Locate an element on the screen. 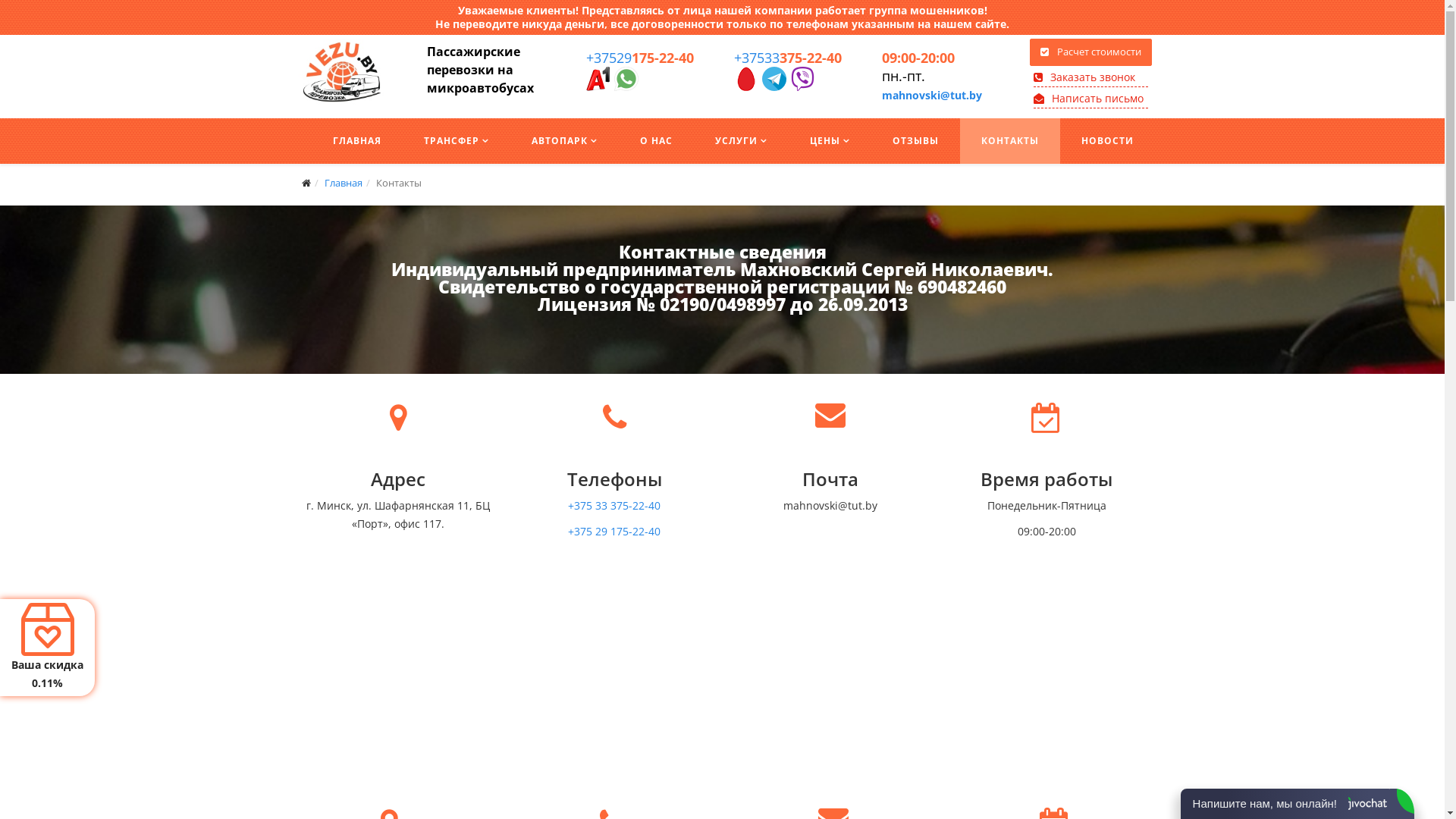 The image size is (1456, 819). '+37533 is located at coordinates (787, 57).